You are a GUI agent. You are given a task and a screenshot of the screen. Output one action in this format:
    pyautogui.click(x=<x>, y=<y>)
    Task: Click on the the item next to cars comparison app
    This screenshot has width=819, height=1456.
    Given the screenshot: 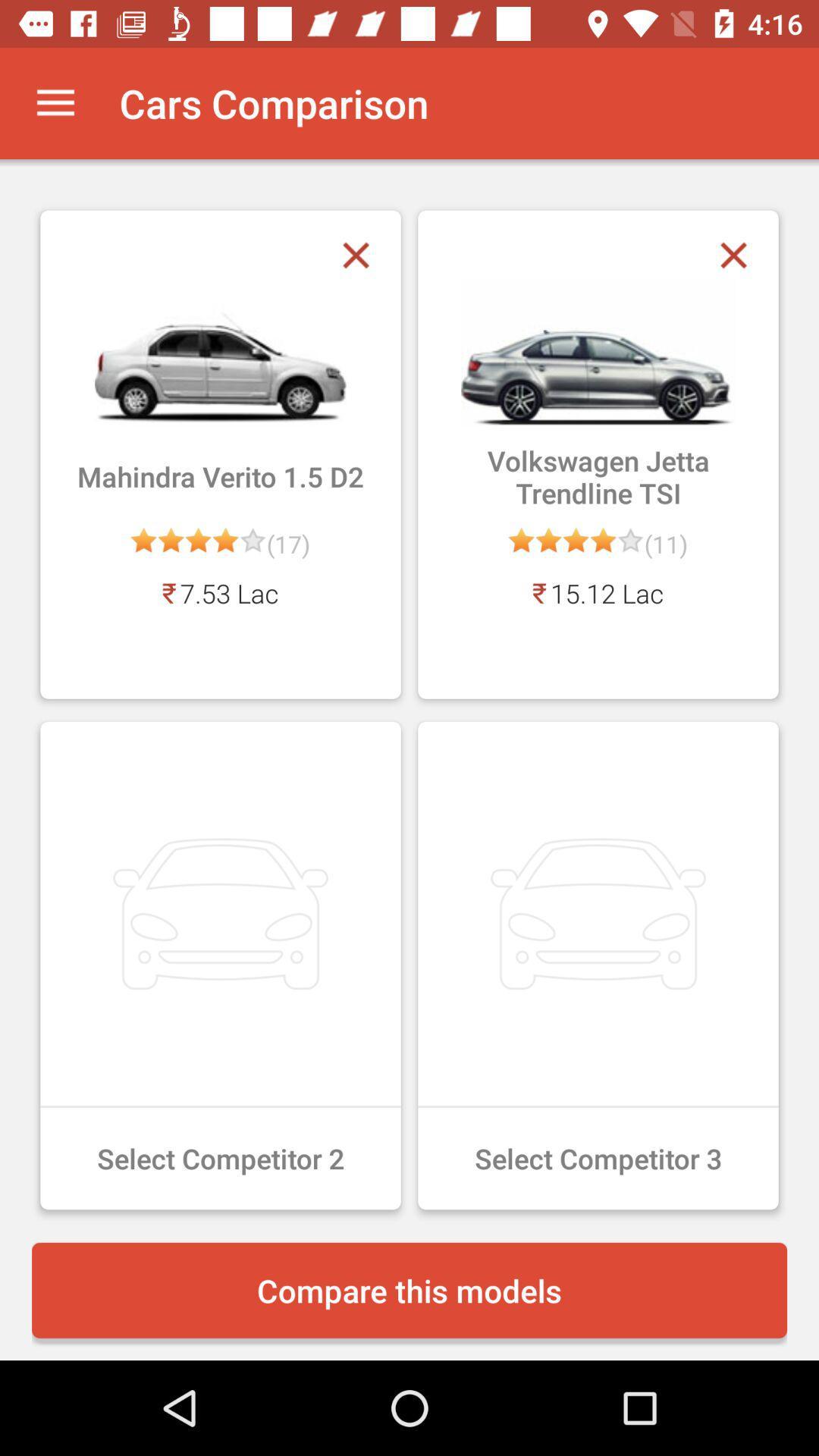 What is the action you would take?
    pyautogui.click(x=55, y=102)
    